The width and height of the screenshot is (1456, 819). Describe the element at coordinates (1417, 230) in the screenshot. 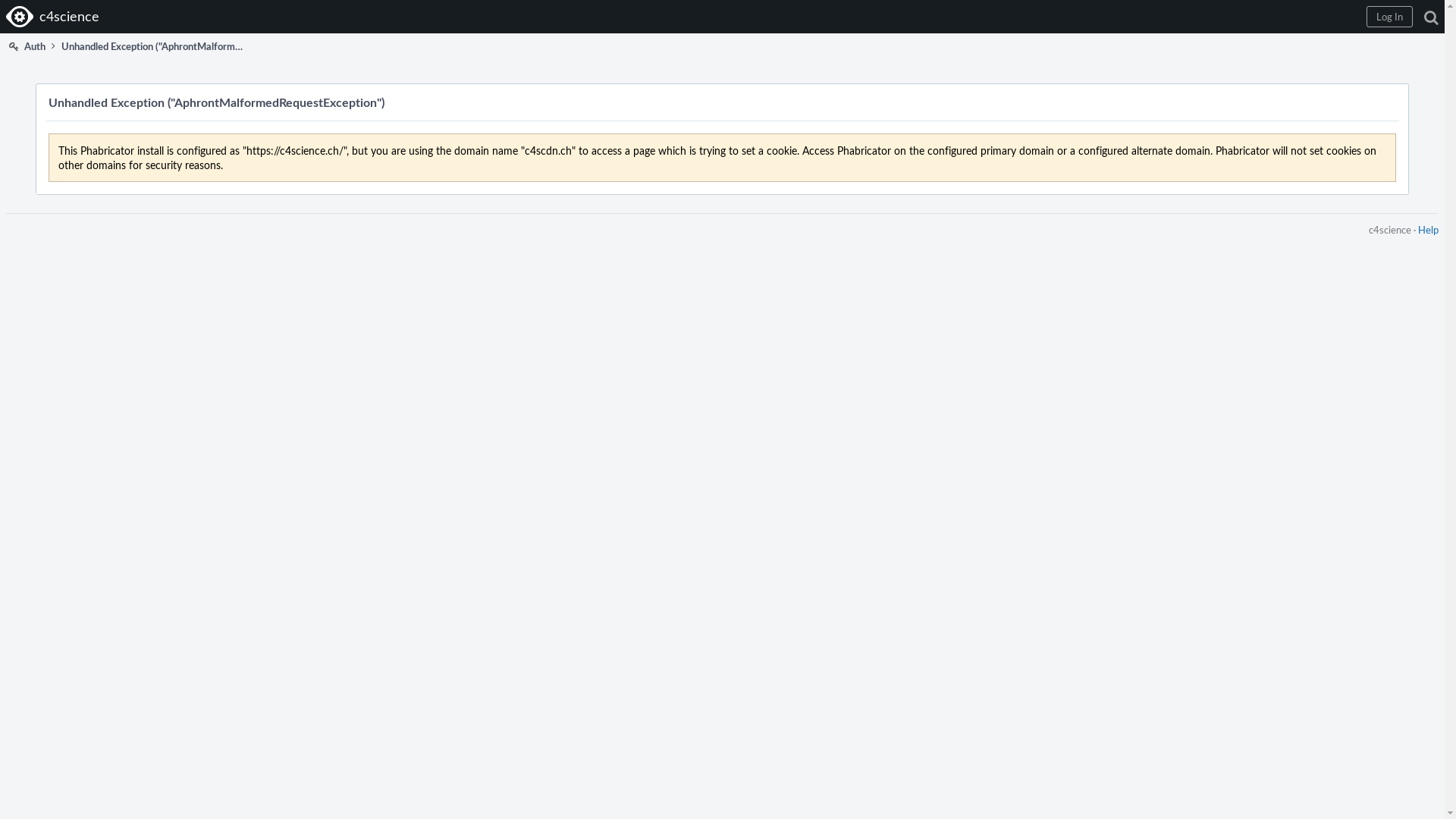

I see `'Help'` at that location.